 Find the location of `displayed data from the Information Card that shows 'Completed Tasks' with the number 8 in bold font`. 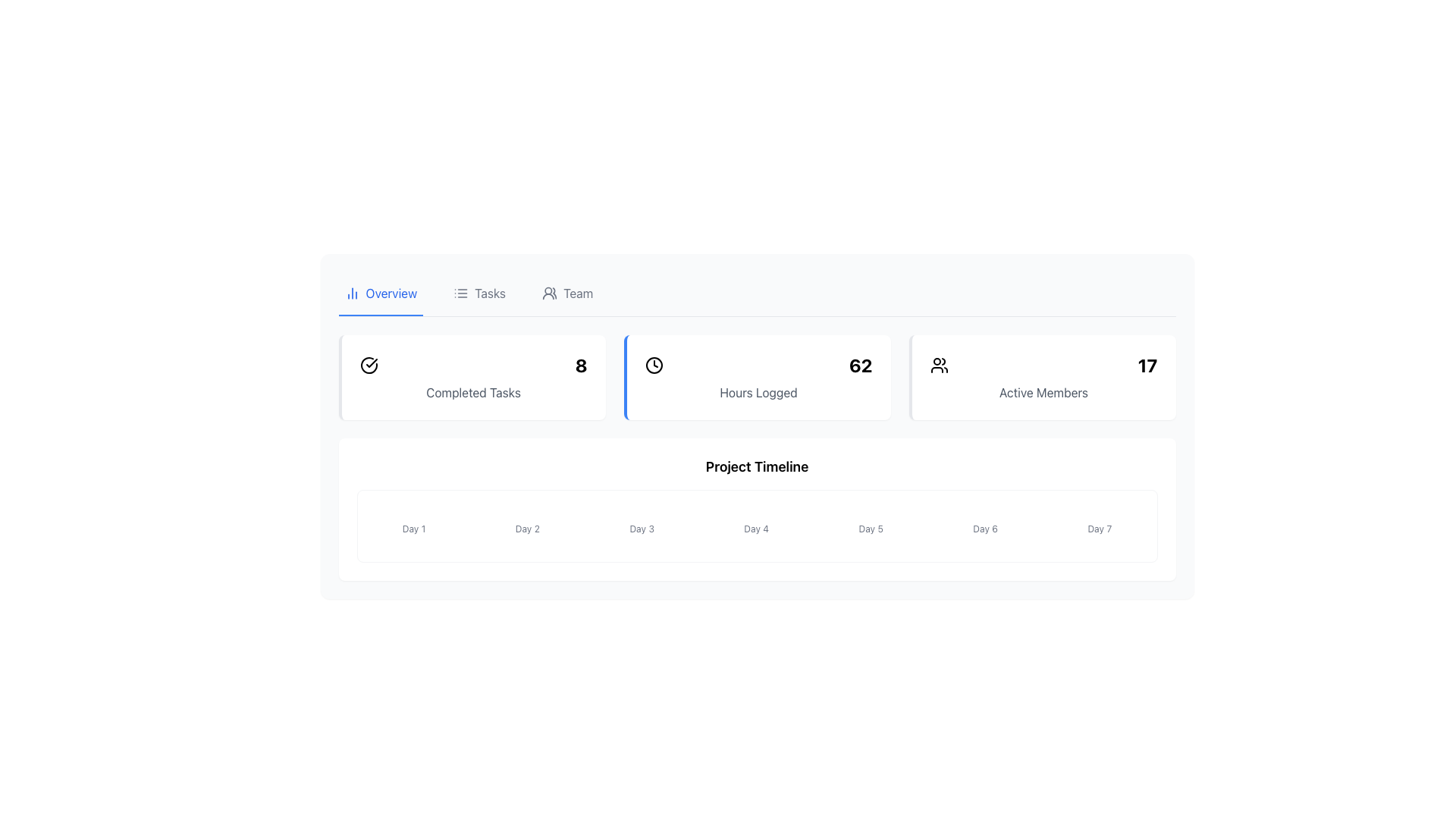

displayed data from the Information Card that shows 'Completed Tasks' with the number 8 in bold font is located at coordinates (471, 376).